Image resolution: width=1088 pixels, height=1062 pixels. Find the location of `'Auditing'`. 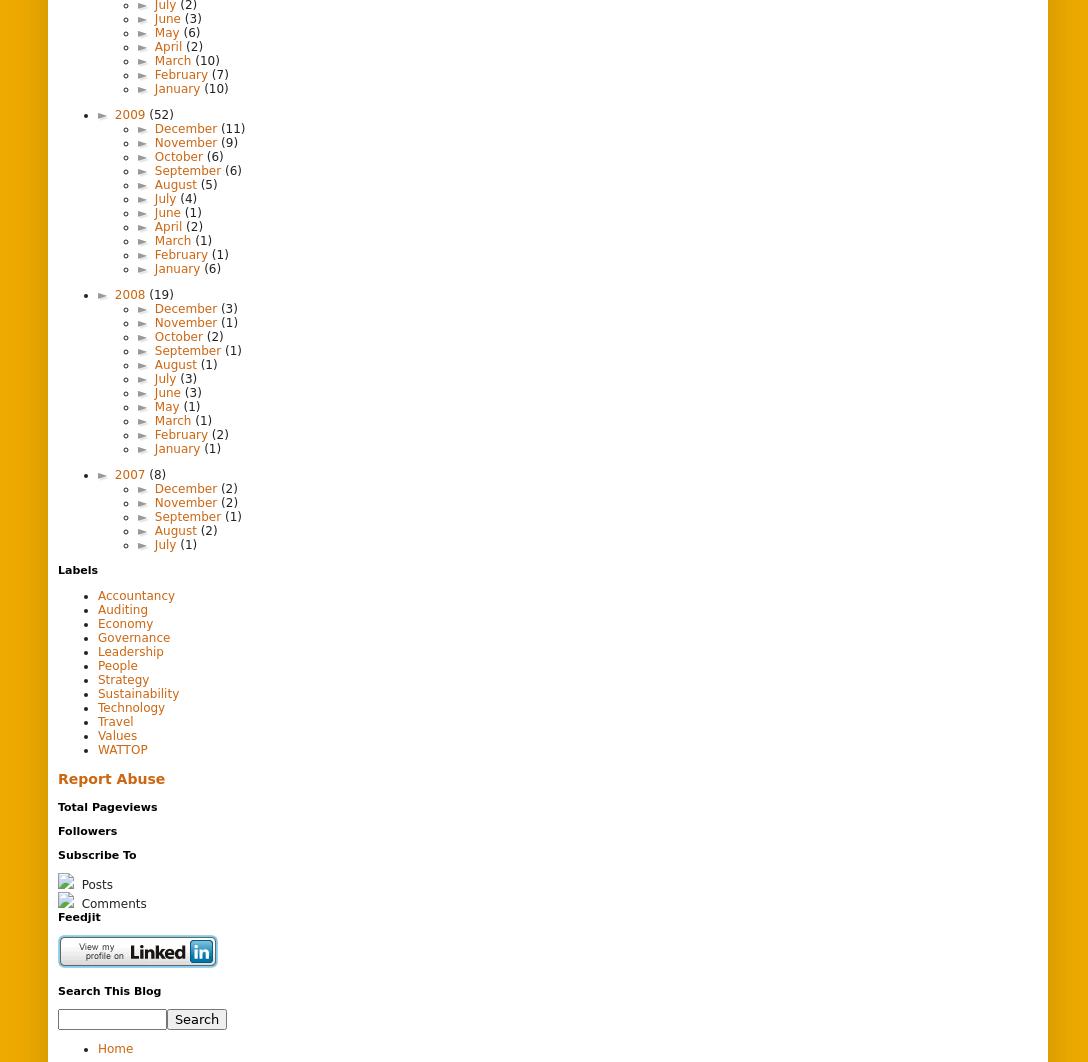

'Auditing' is located at coordinates (123, 608).